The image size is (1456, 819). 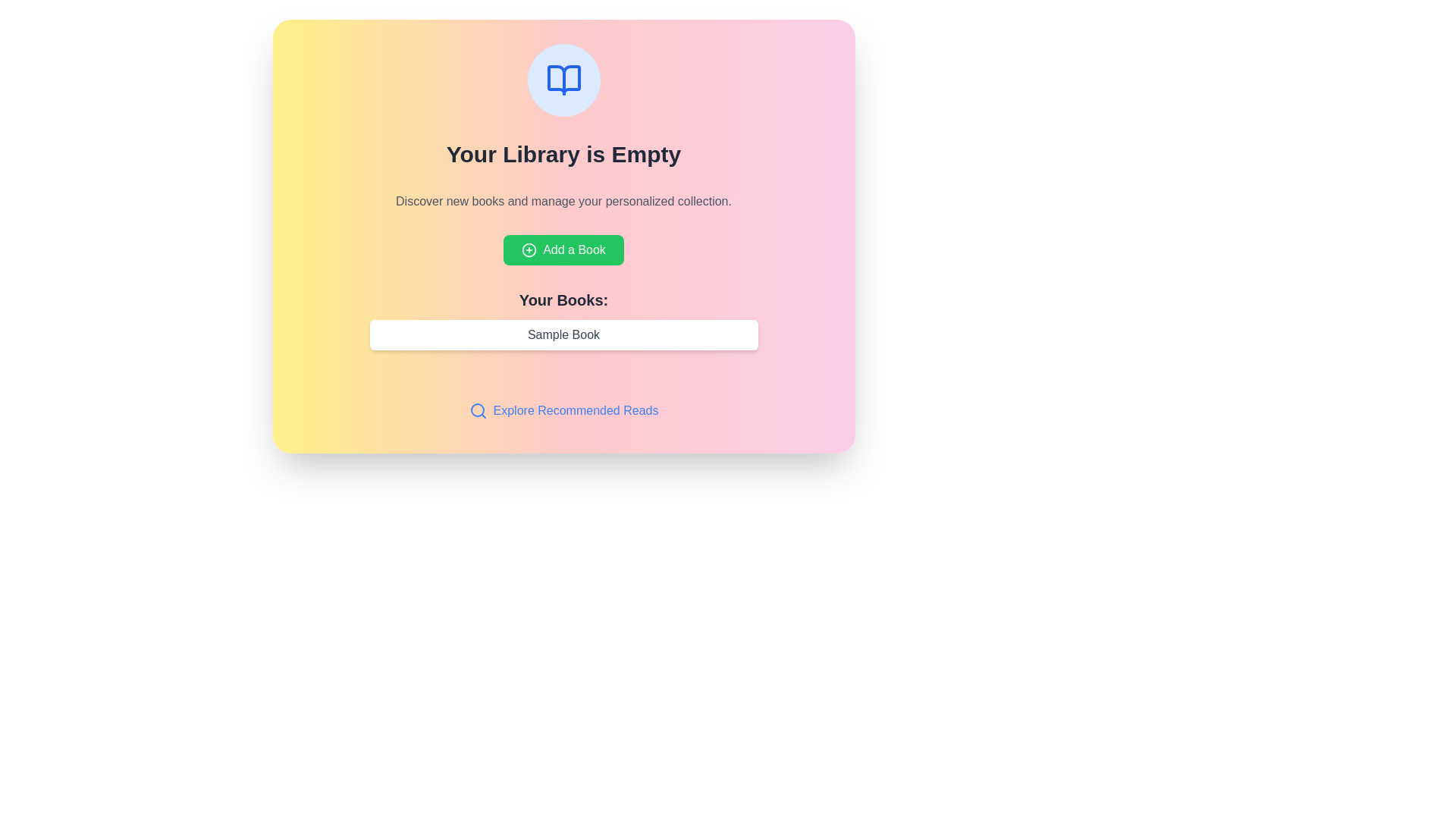 What do you see at coordinates (563, 201) in the screenshot?
I see `the text element that reads 'Discover new books and manage your personalized collection.' which is gray, center-aligned, and located on a multi-colored gradient background, positioned below 'Your Library is Empty' and above the 'Add a Book' button` at bounding box center [563, 201].